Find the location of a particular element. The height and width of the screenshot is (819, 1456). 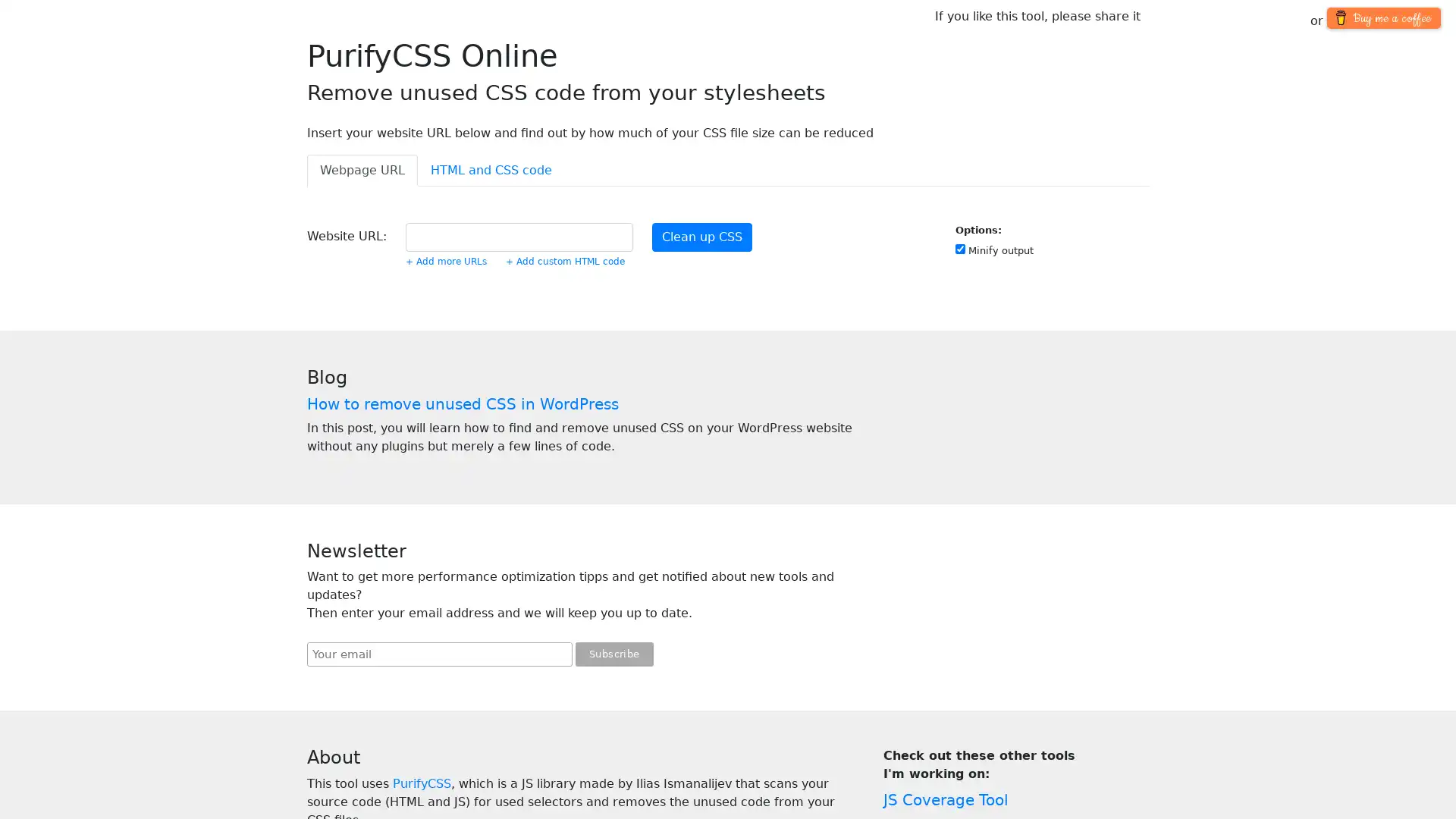

Subscribe is located at coordinates (614, 654).